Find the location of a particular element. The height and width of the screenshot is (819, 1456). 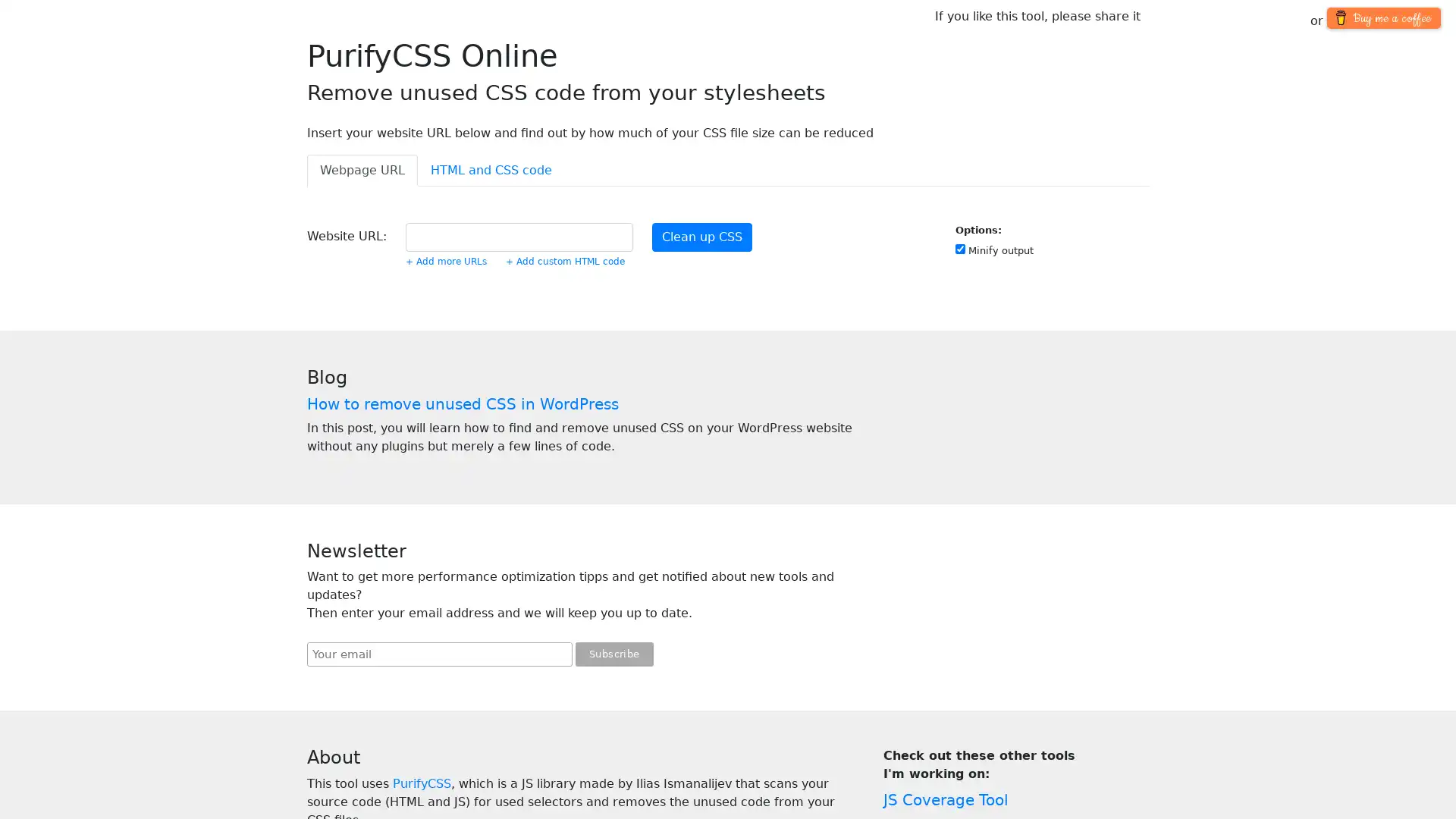

Subscribe is located at coordinates (614, 654).